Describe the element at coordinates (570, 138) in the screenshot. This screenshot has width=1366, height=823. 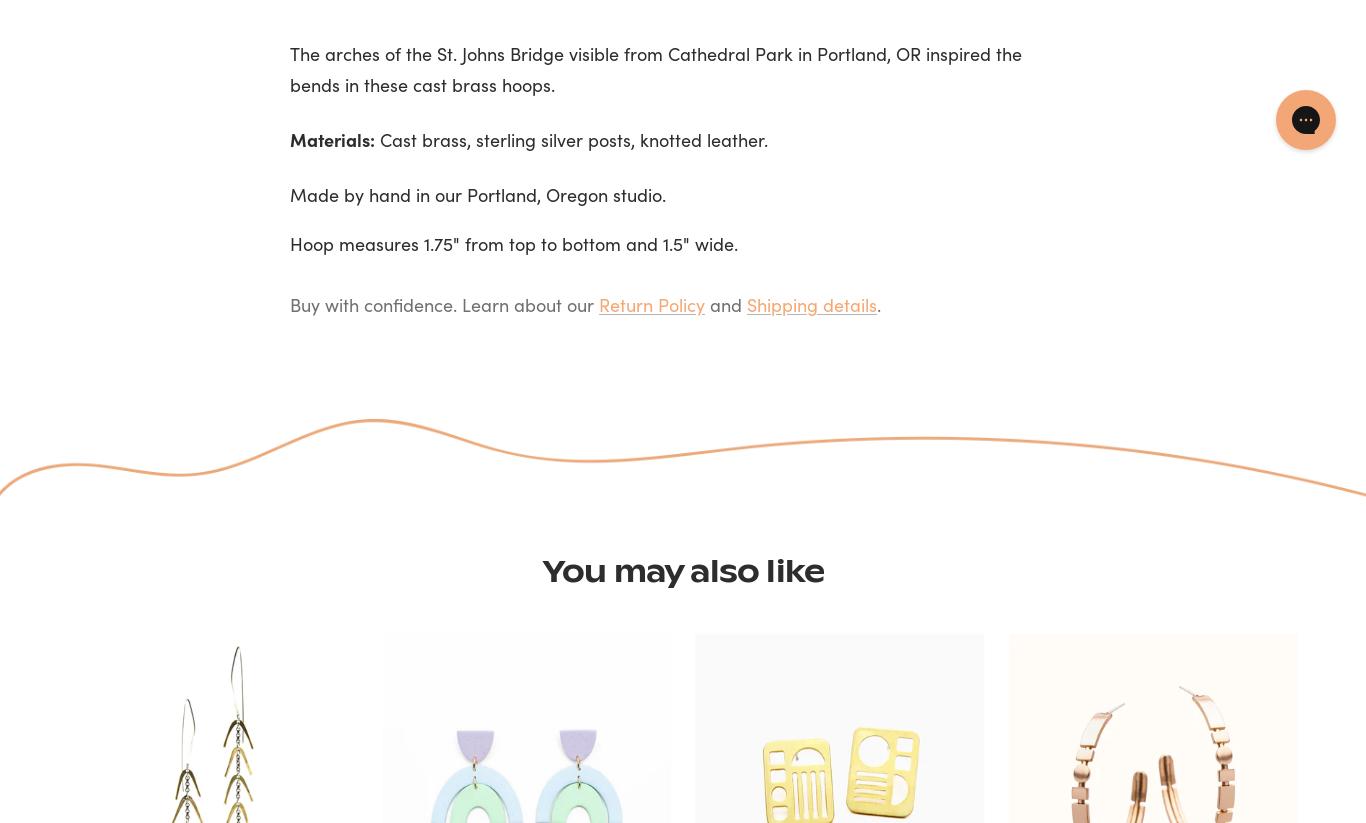
I see `'Cast brass, sterling silver posts, knotted leather.'` at that location.